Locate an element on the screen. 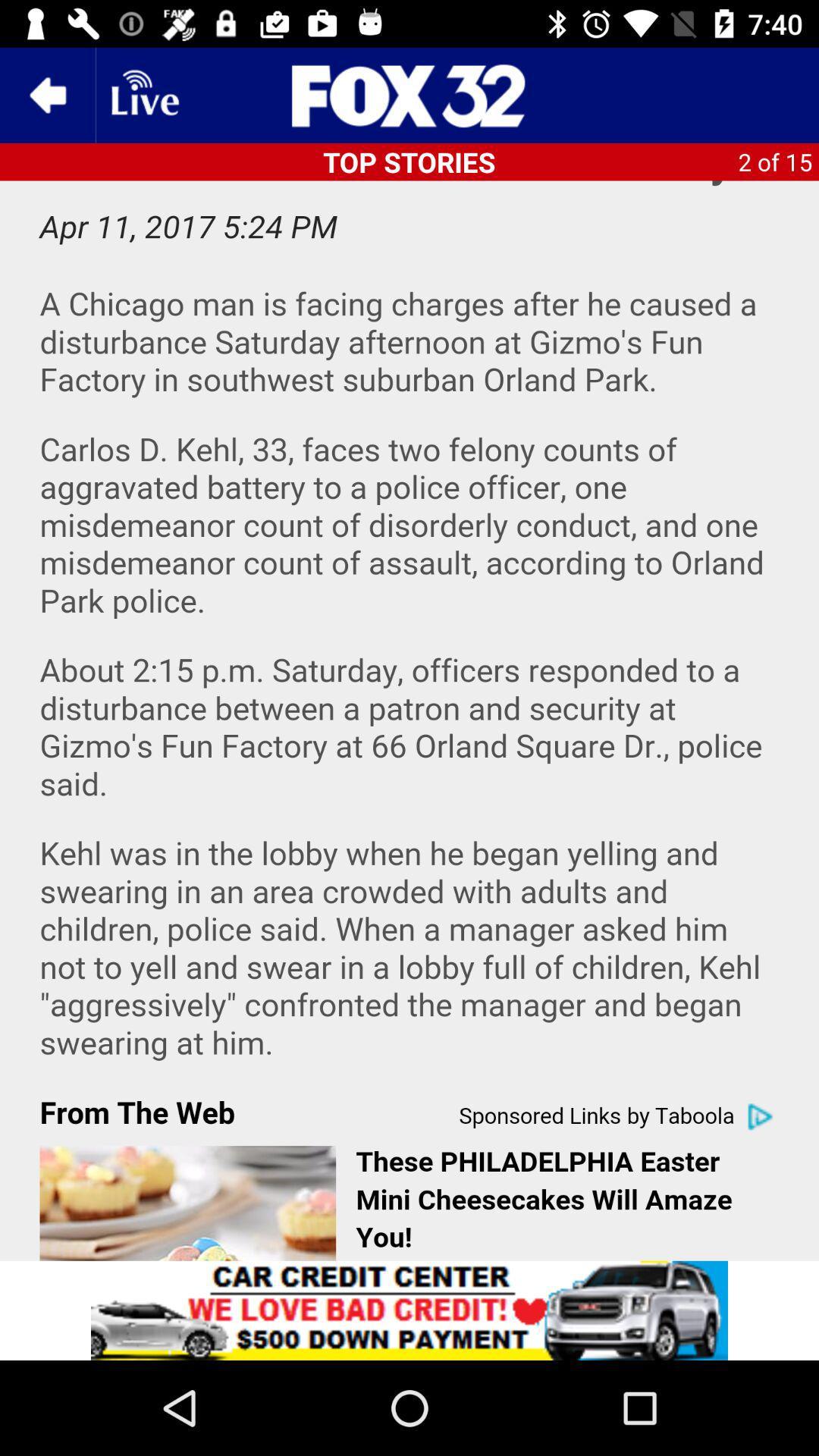 The height and width of the screenshot is (1456, 819). the arrow_backward icon is located at coordinates (46, 94).